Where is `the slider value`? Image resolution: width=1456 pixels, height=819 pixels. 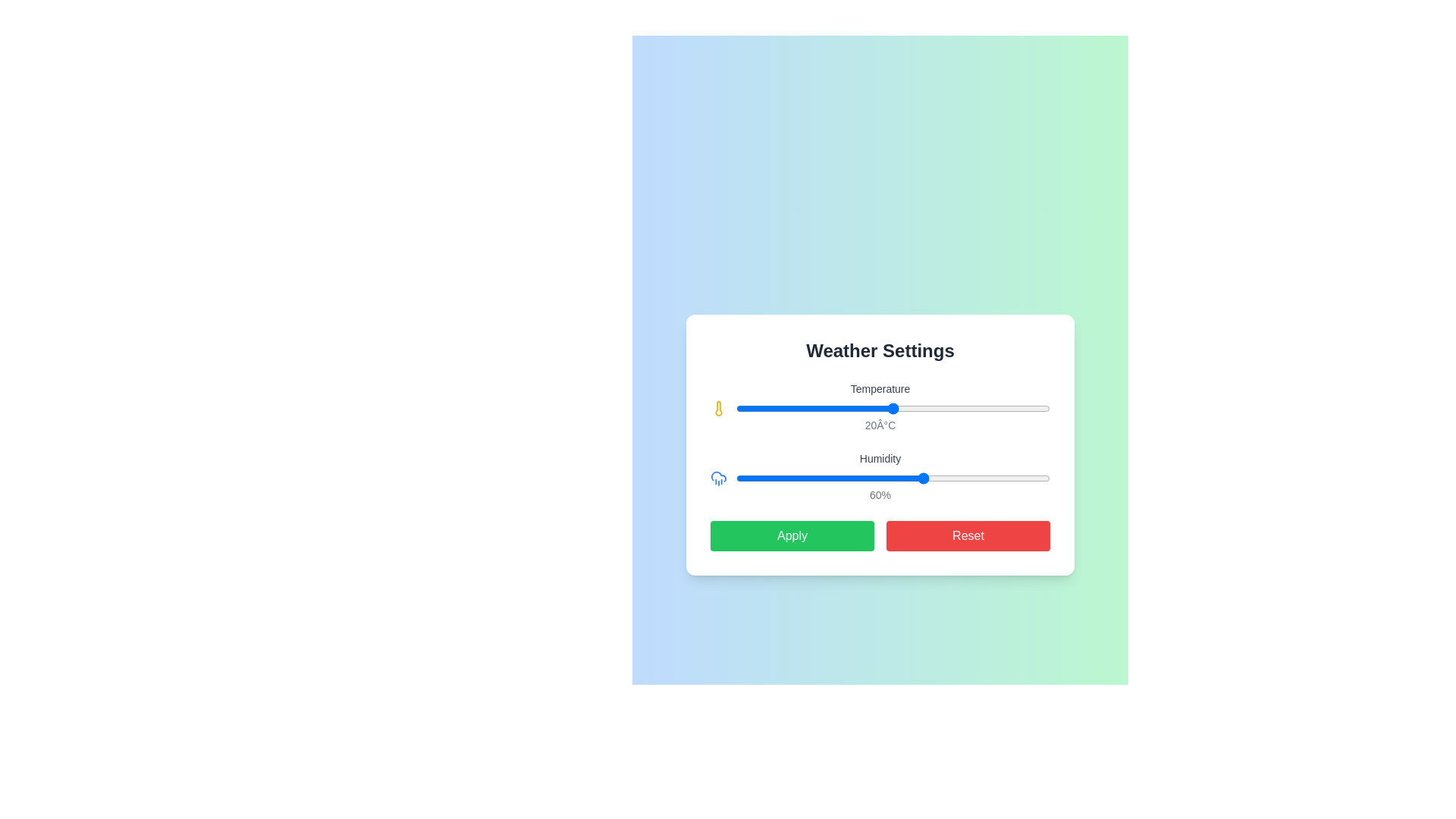 the slider value is located at coordinates (993, 479).